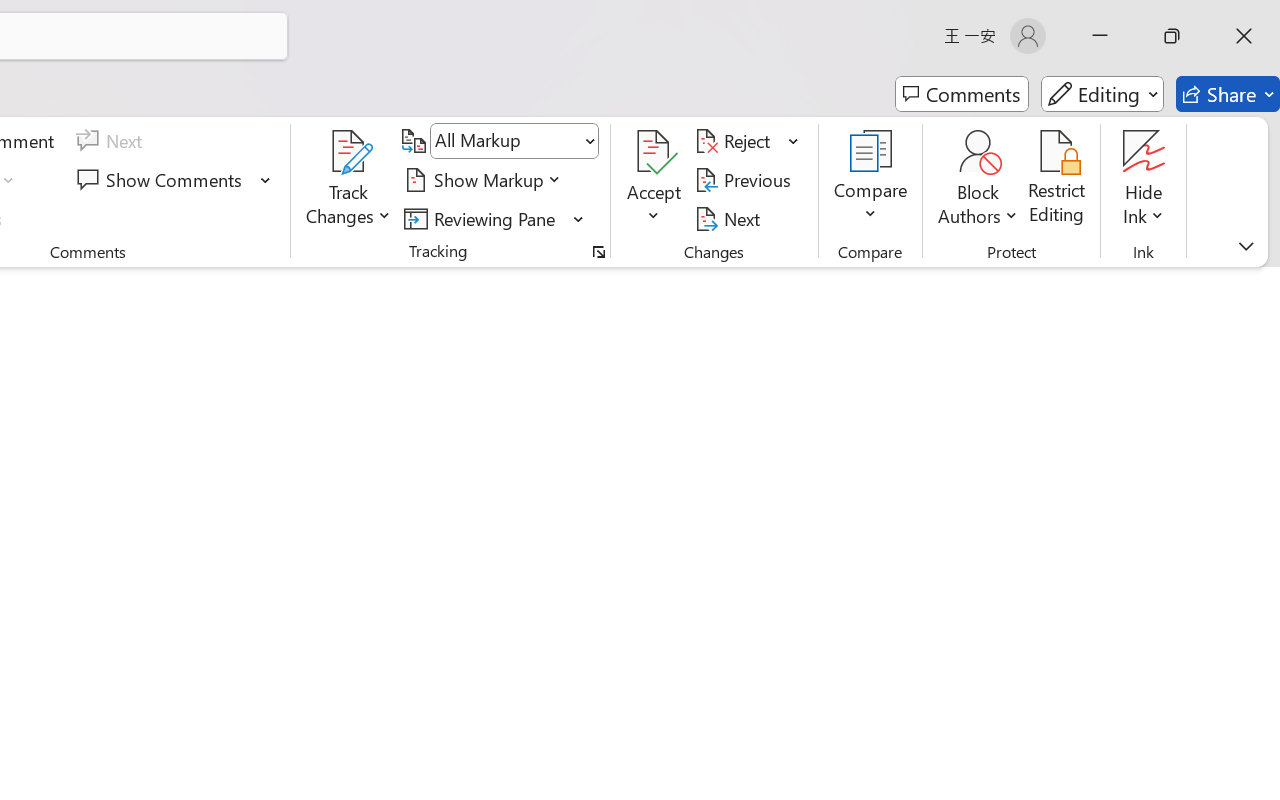 This screenshot has width=1280, height=800. Describe the element at coordinates (961, 94) in the screenshot. I see `'Comments'` at that location.